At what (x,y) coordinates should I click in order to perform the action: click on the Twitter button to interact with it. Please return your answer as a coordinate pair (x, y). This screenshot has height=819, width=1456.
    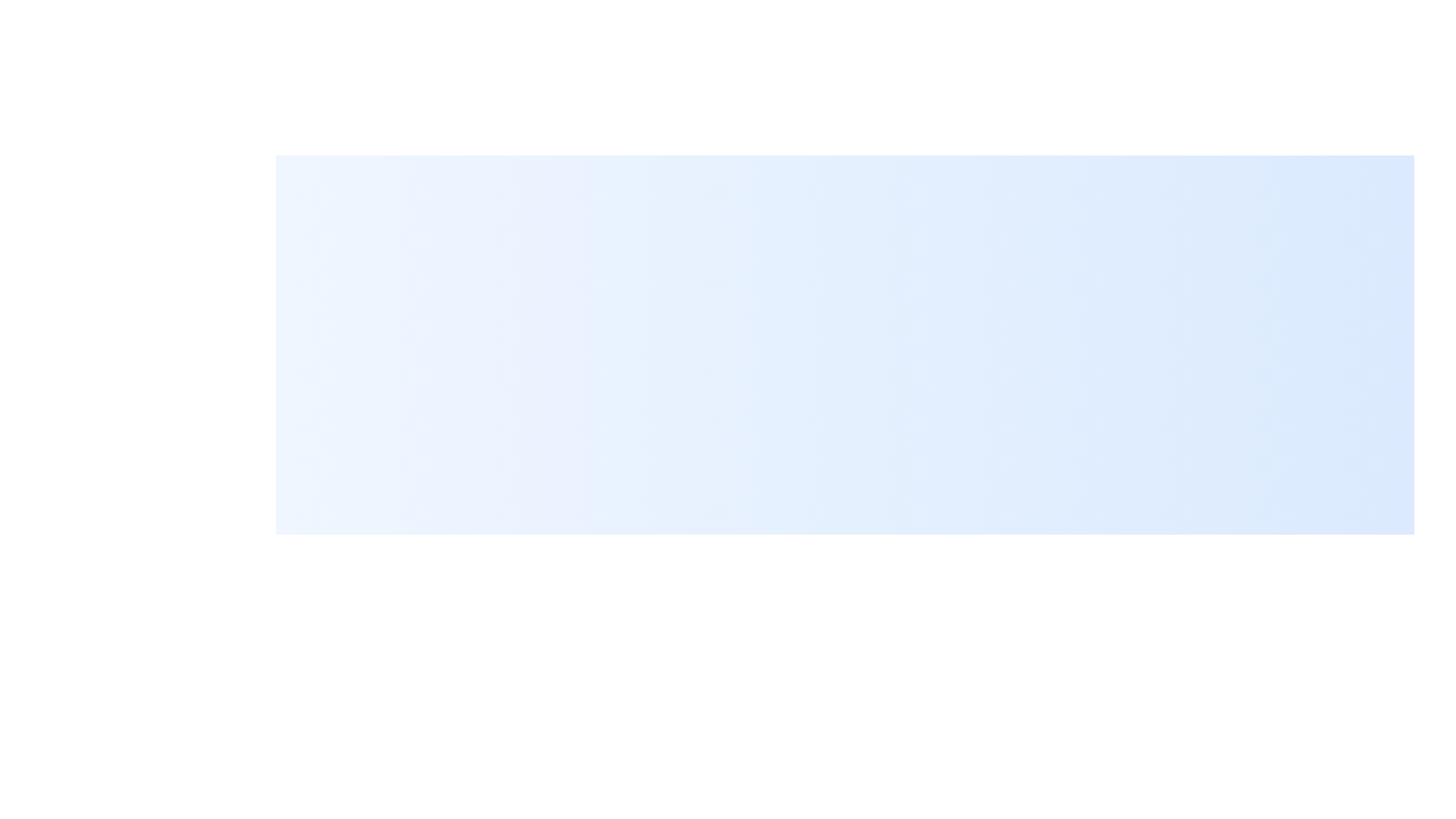
    Looking at the image, I should click on (1396, 800).